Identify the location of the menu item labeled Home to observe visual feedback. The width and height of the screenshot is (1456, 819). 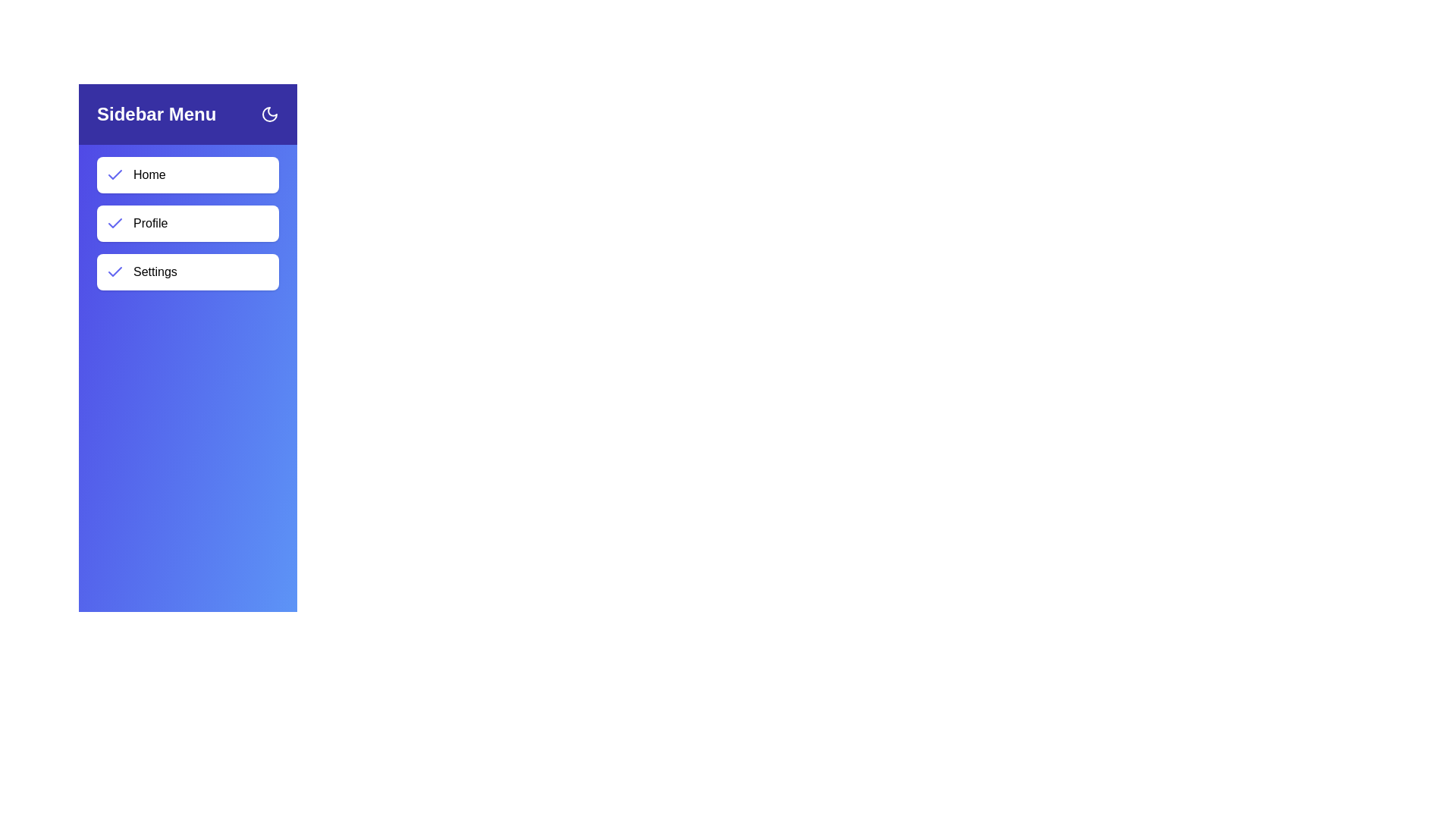
(187, 174).